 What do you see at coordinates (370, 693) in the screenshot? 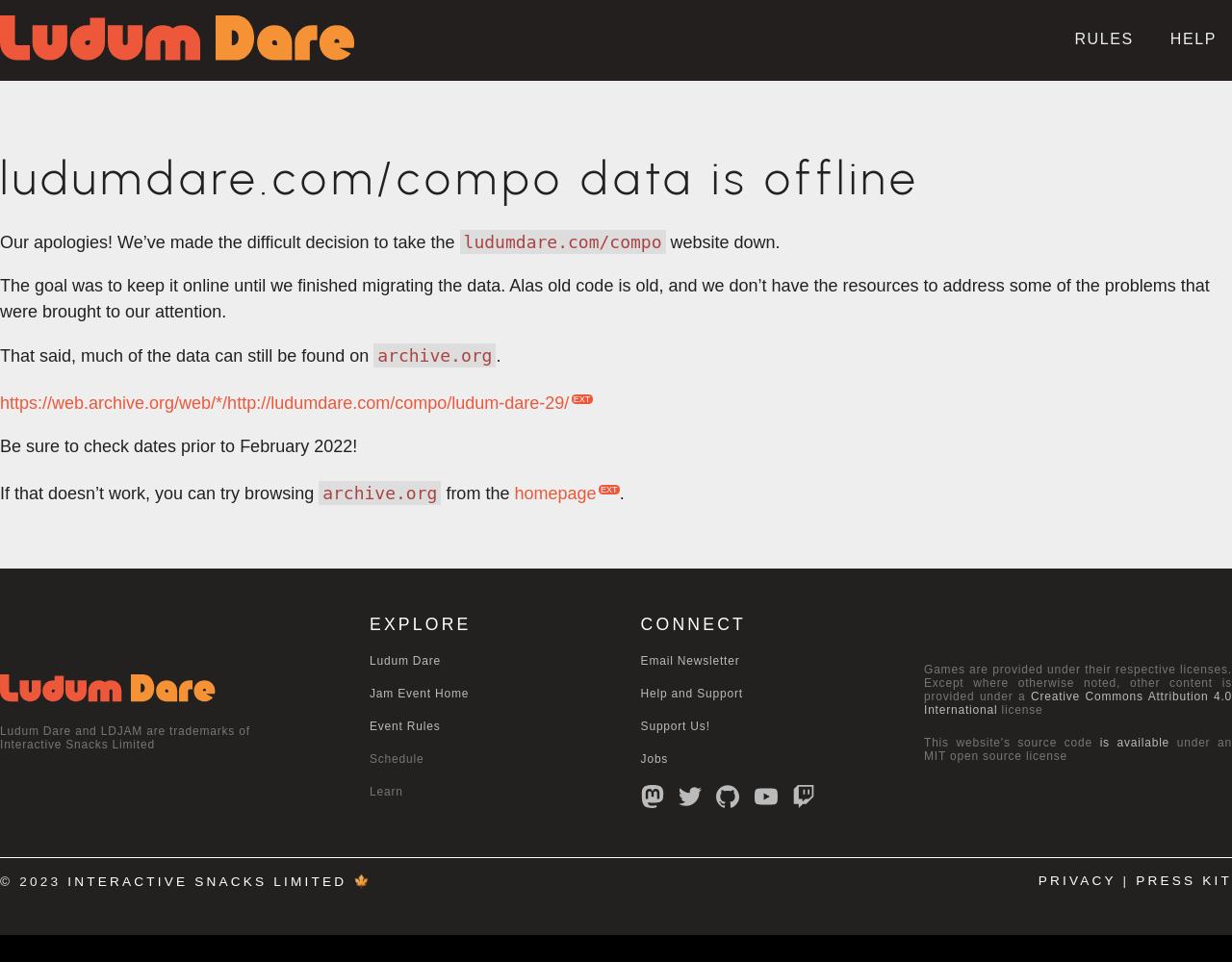
I see `'Jam Event Home'` at bounding box center [370, 693].